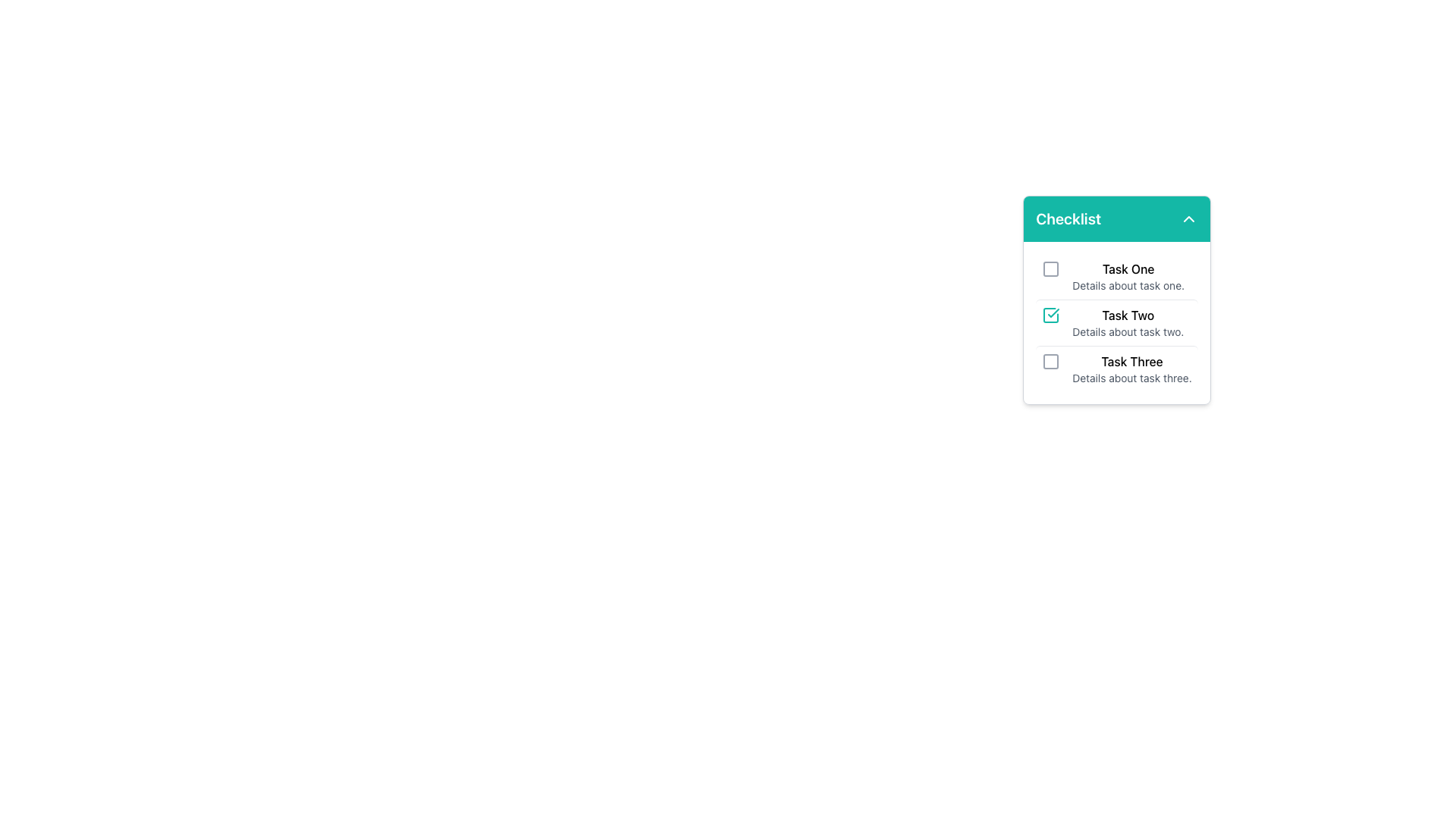 This screenshot has height=819, width=1456. What do you see at coordinates (1050, 268) in the screenshot?
I see `the checkbox associated with 'Task One' to mark it as complete` at bounding box center [1050, 268].